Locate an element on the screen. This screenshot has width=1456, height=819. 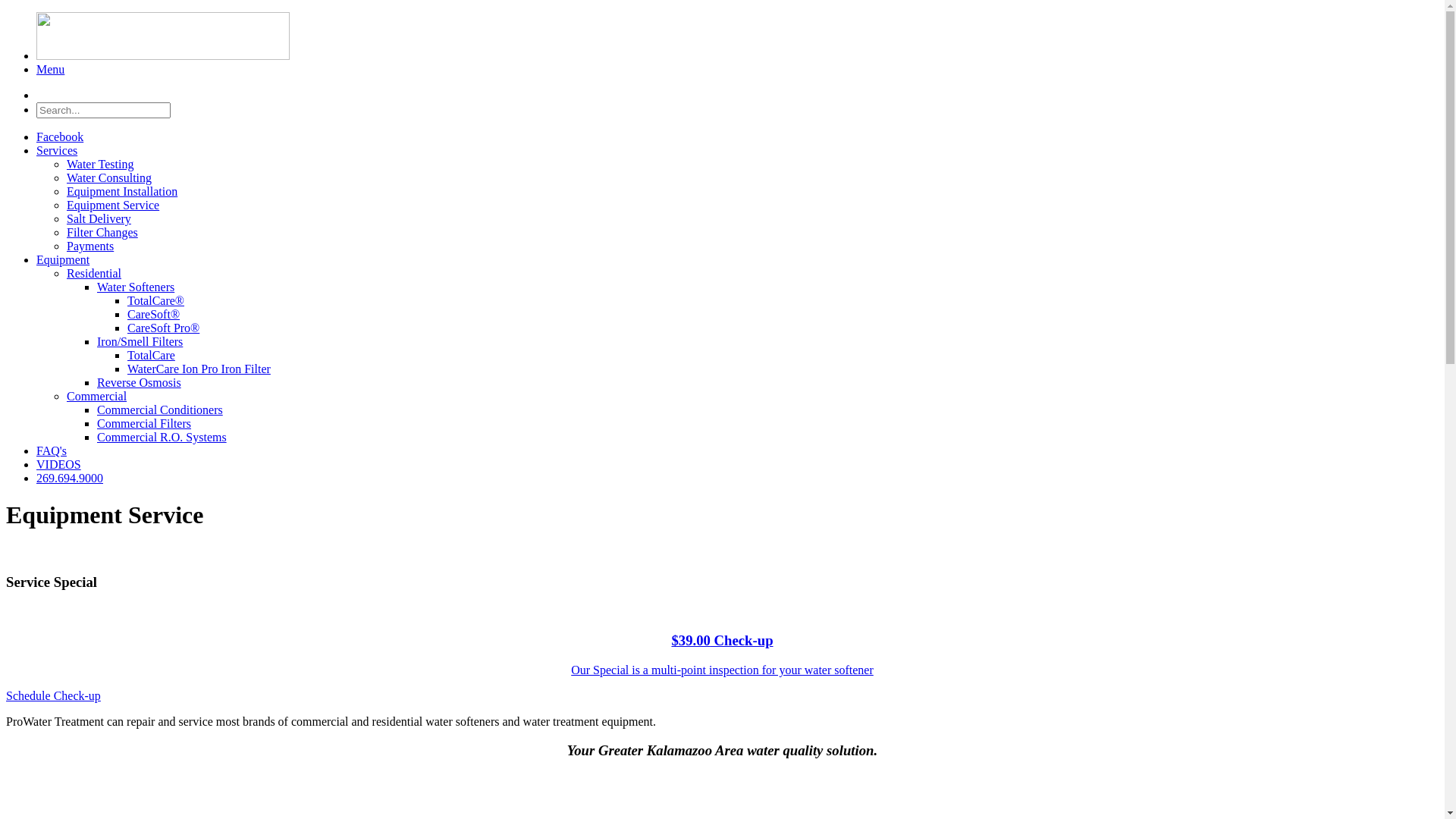
'Water Testing' is located at coordinates (99, 164).